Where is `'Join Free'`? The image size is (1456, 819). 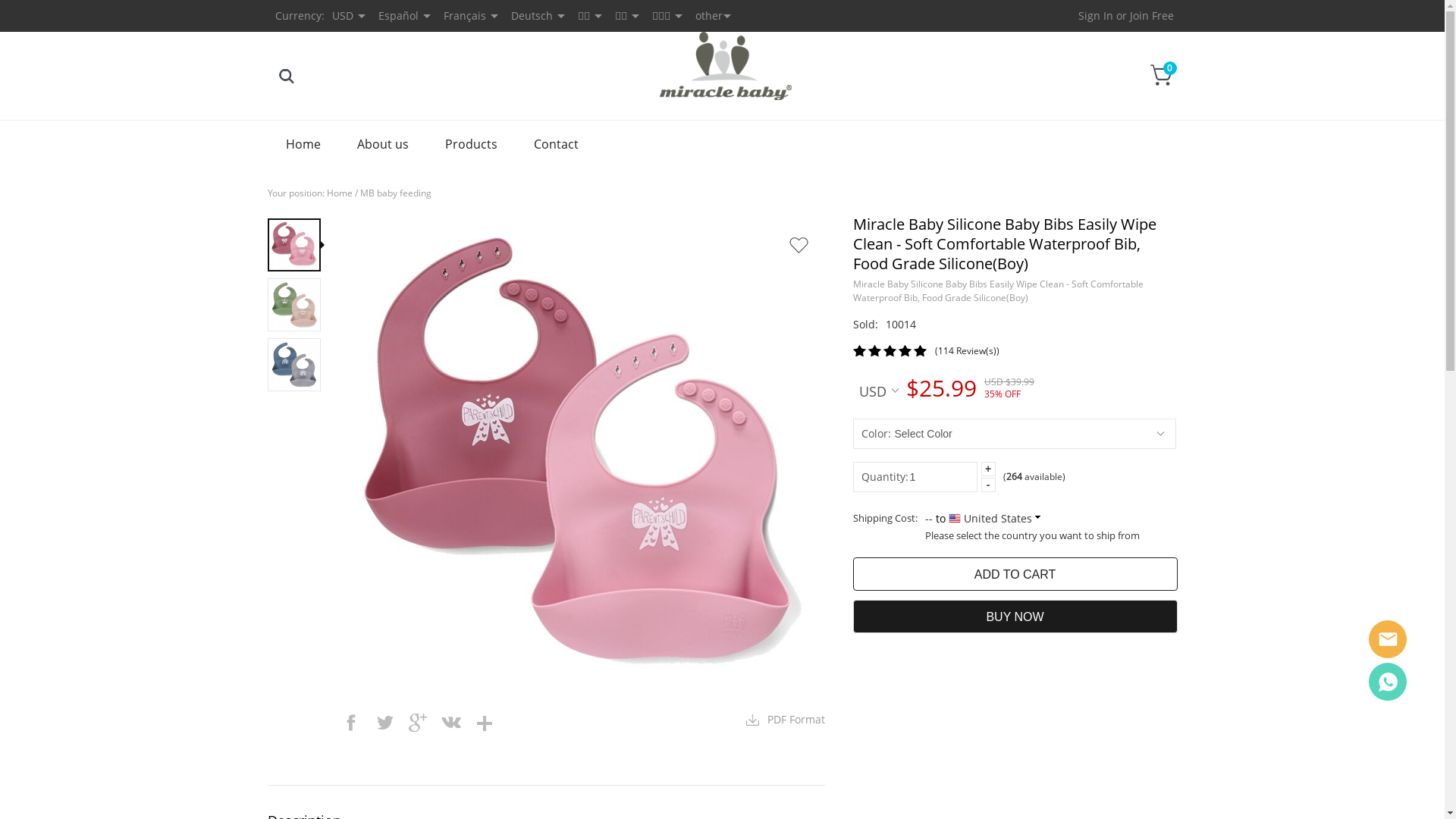
'Join Free' is located at coordinates (1151, 15).